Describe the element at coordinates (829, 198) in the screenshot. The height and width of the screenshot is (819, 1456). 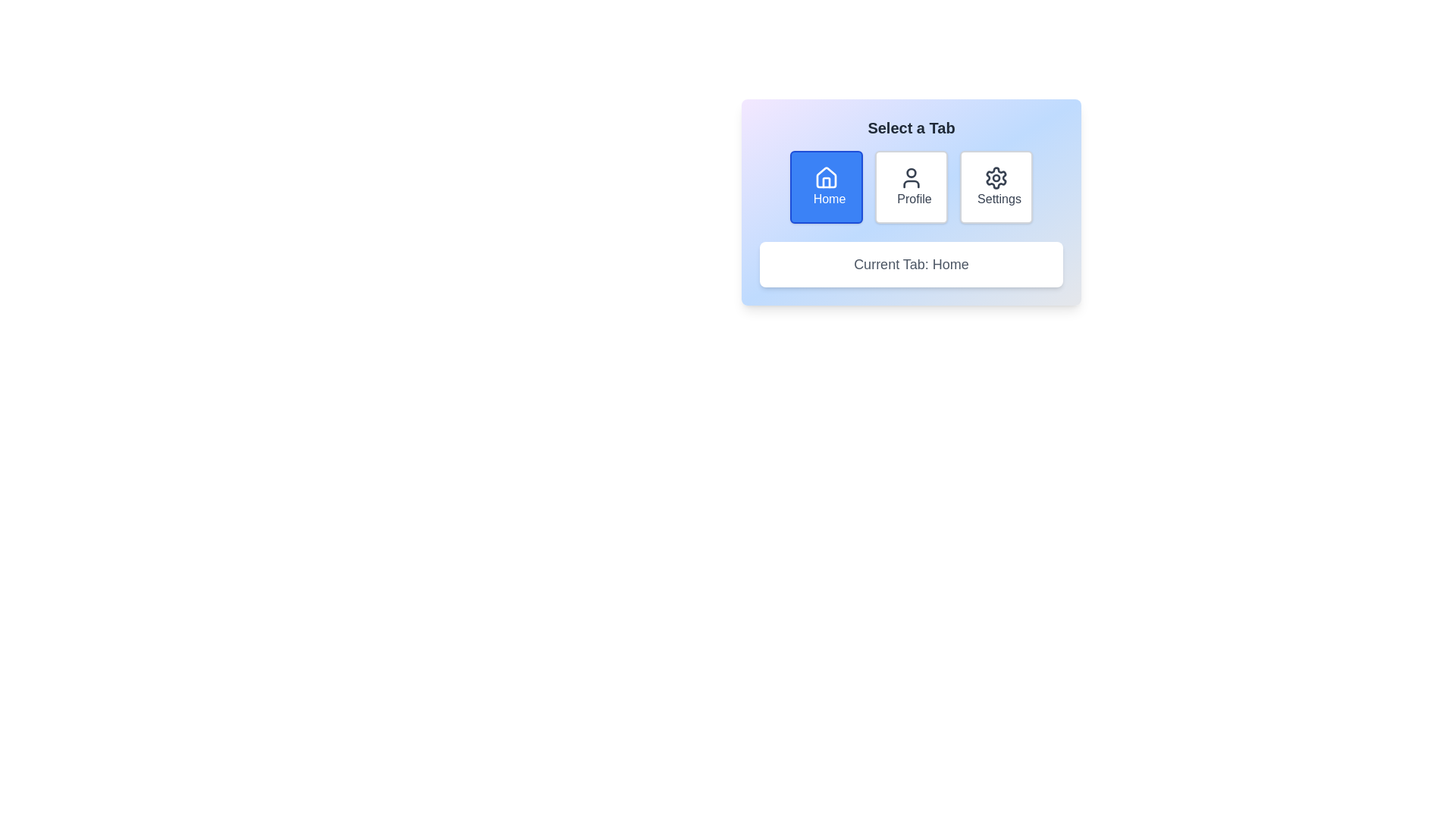
I see `the 'Home' label located inside the blue button in the top-left corner of the button row` at that location.